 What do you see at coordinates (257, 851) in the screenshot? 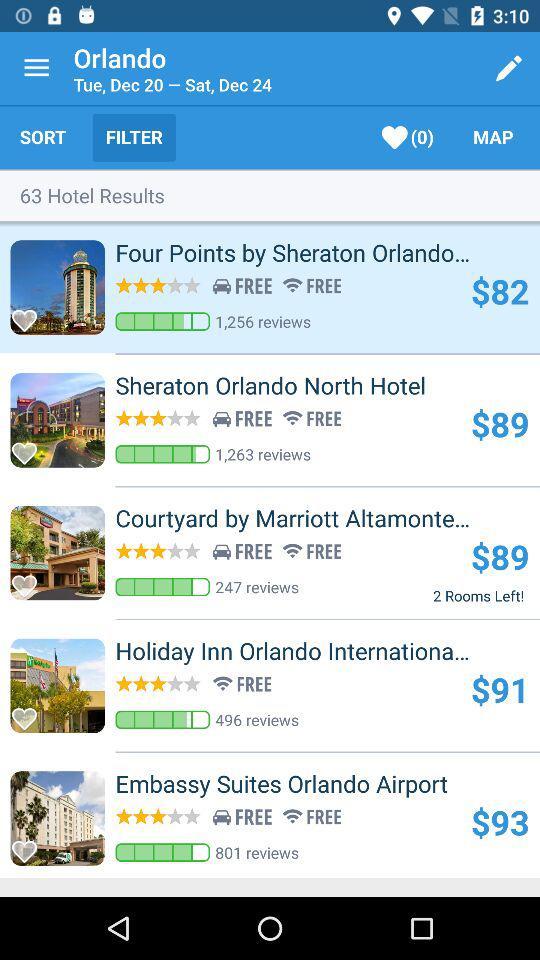
I see `the 801 reviews icon` at bounding box center [257, 851].